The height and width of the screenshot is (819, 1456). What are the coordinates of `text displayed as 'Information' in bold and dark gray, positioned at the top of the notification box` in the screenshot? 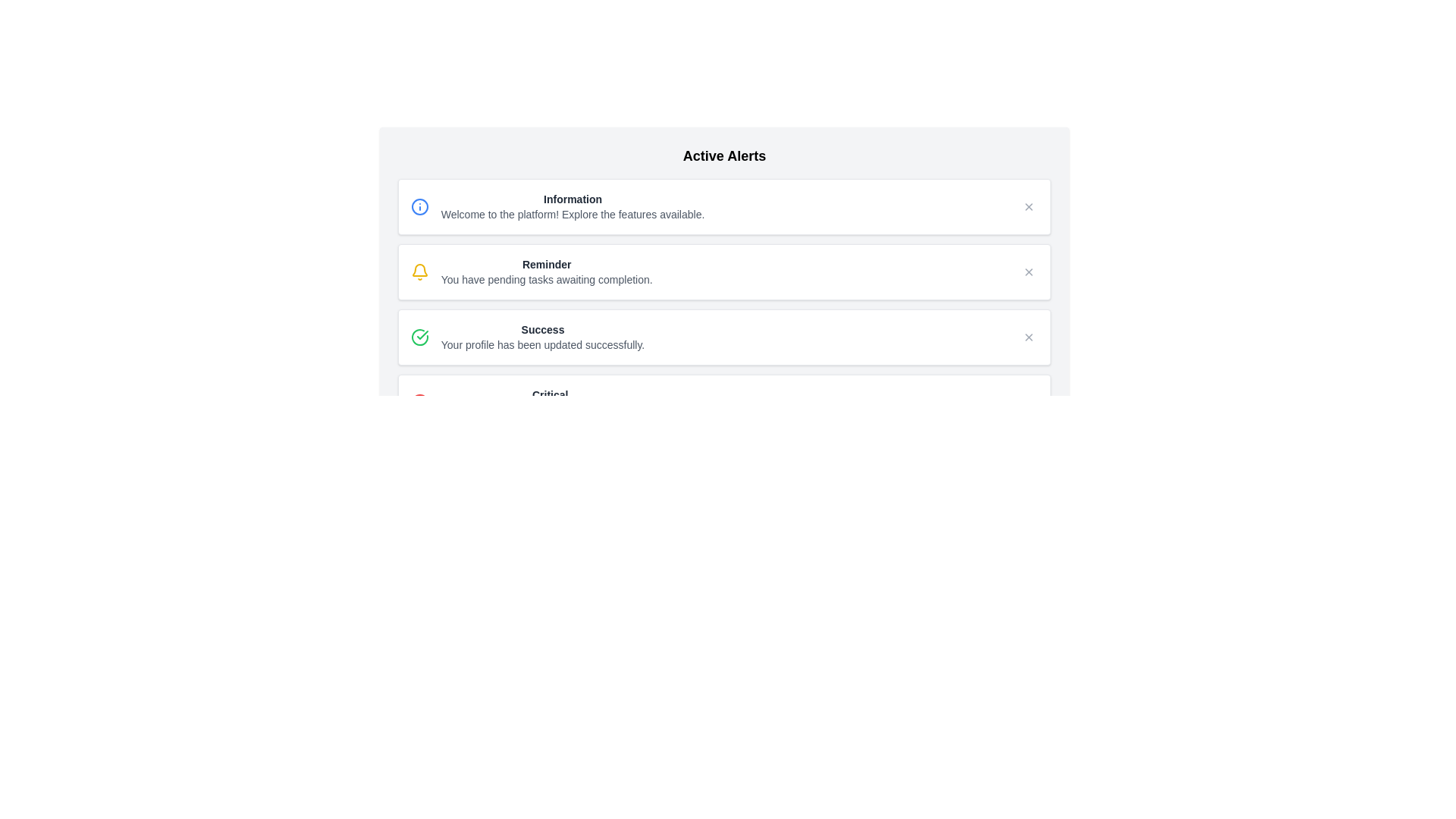 It's located at (572, 198).